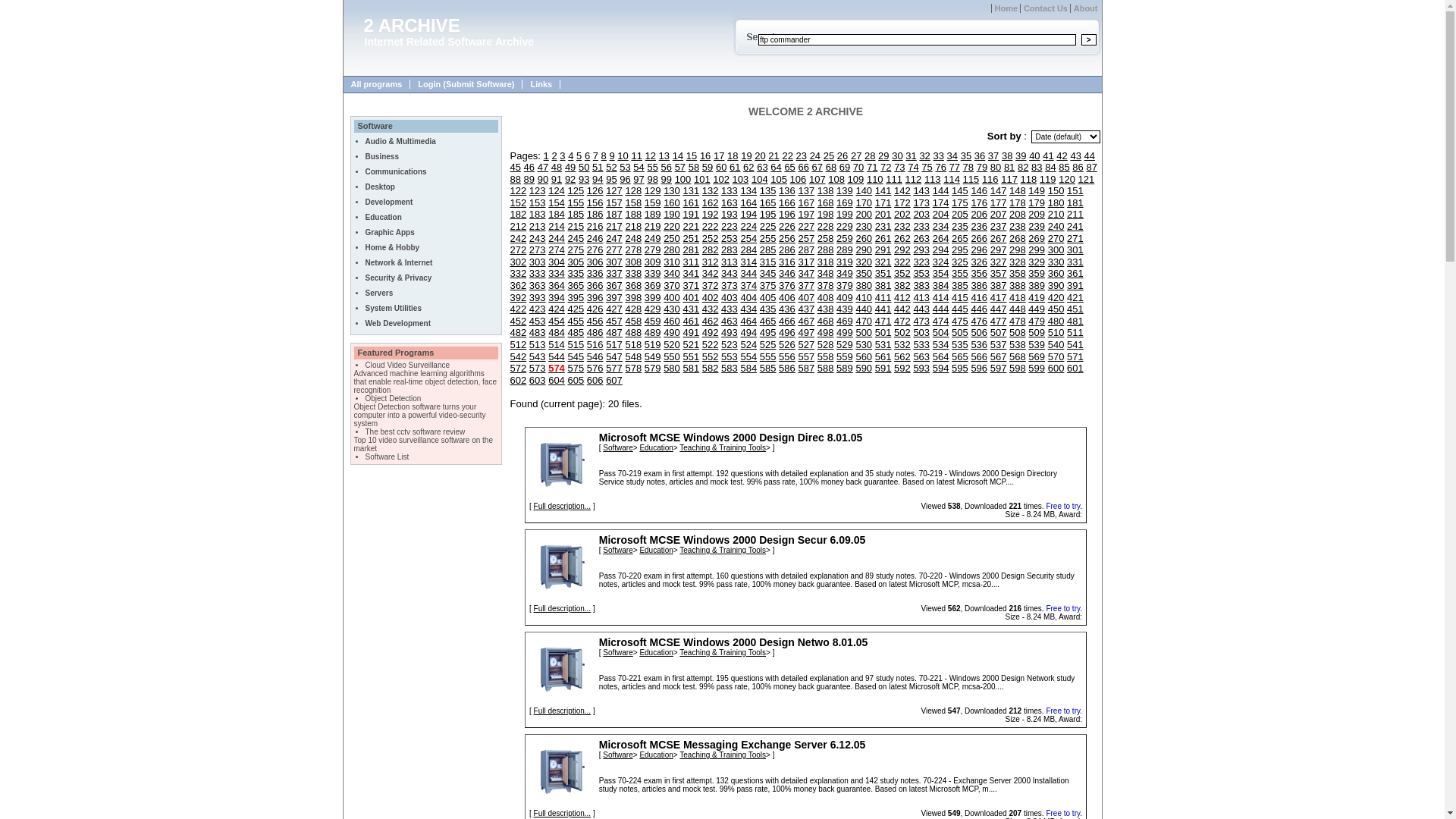 Image resolution: width=1456 pixels, height=819 pixels. I want to click on 'The best cctv software review', so click(415, 431).